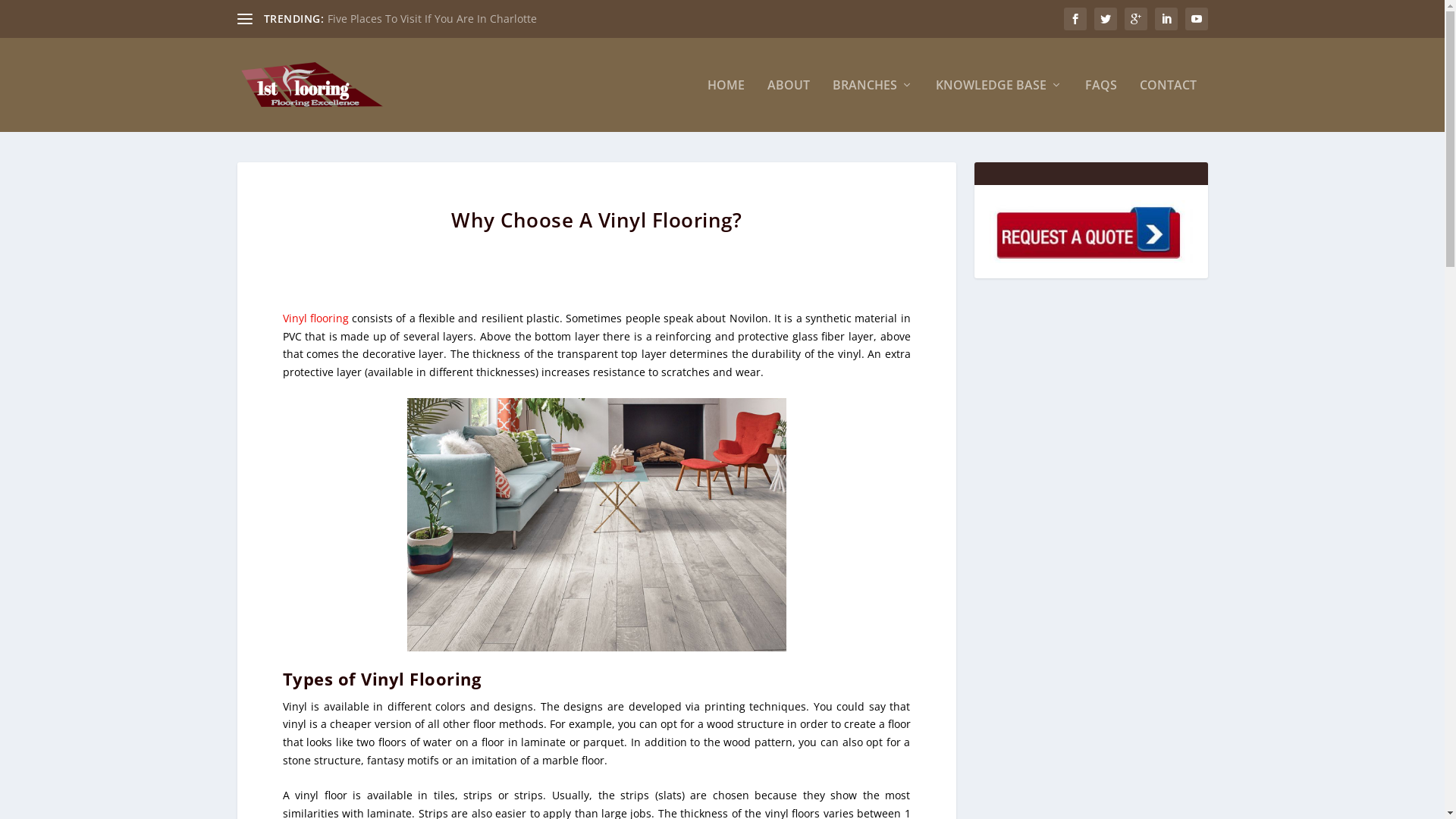 This screenshot has height=819, width=1456. Describe the element at coordinates (282, 317) in the screenshot. I see `'Vinyl flooring'` at that location.